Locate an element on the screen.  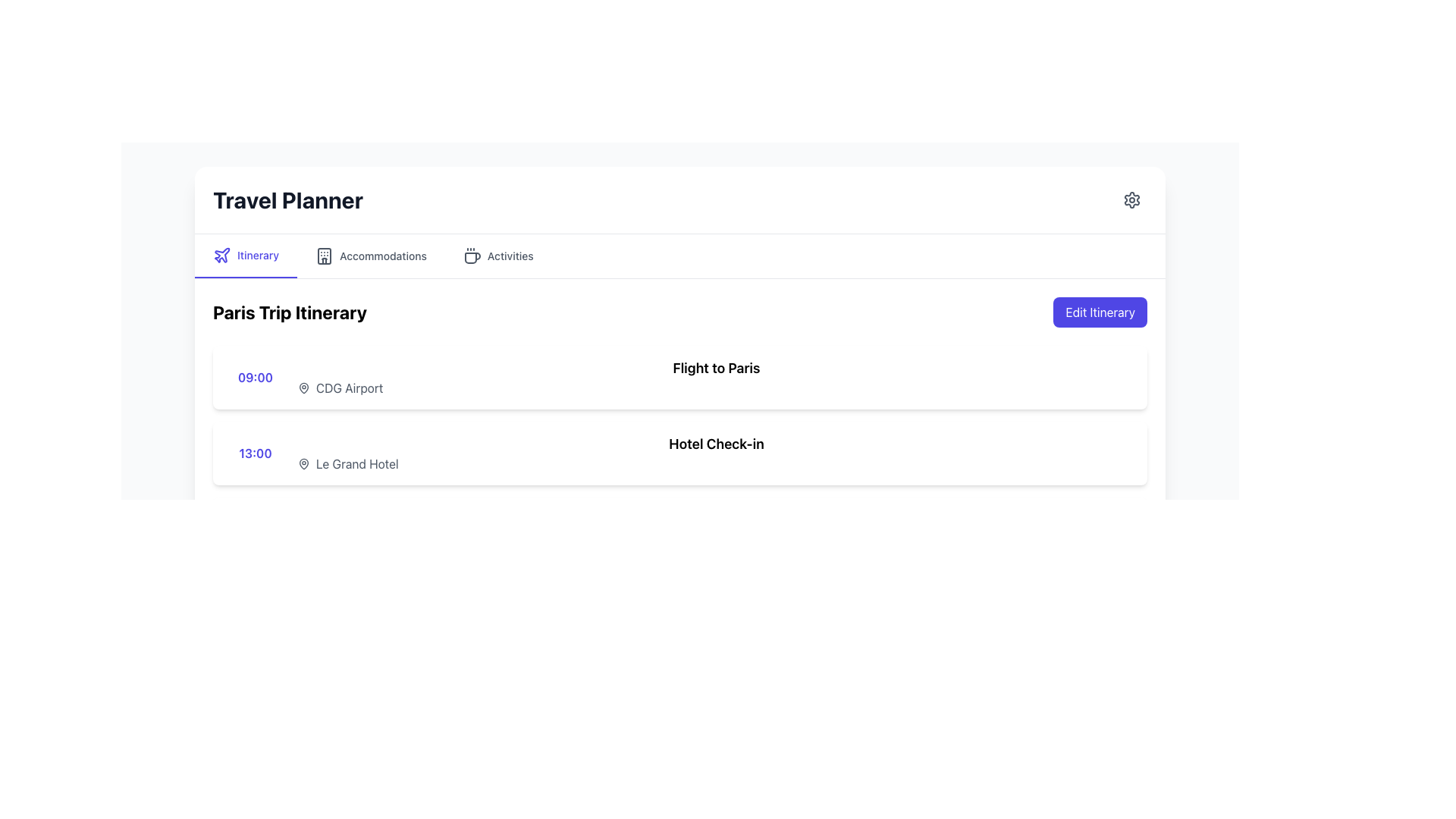
the coffee cup icon, which is located within the 'Activities' tab, to the left of the text 'Activities' is located at coordinates (471, 256).